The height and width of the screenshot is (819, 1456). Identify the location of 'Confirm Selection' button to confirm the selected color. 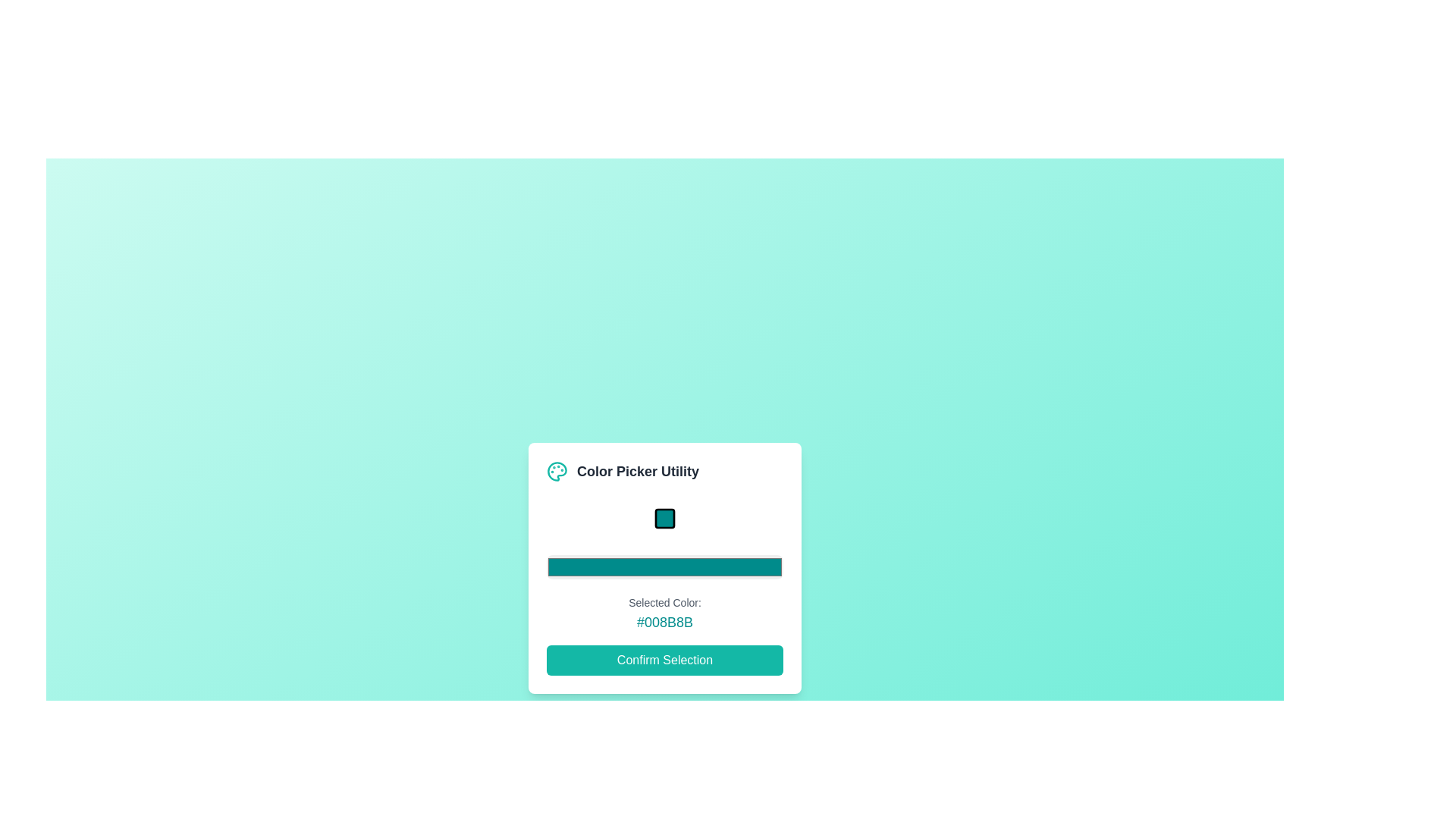
(665, 659).